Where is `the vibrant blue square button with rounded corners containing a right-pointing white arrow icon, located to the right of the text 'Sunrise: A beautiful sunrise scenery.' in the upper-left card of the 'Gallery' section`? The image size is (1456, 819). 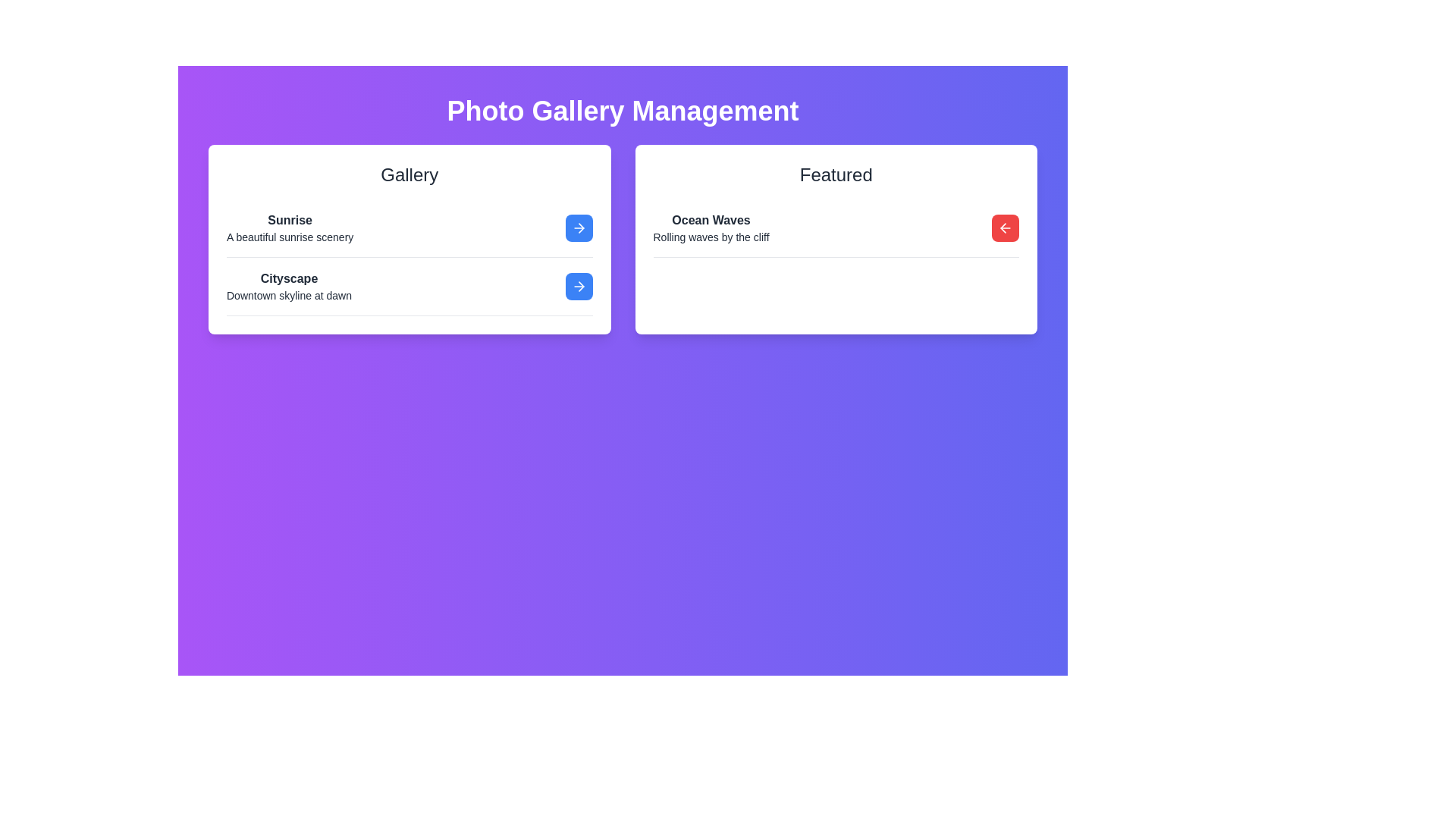
the vibrant blue square button with rounded corners containing a right-pointing white arrow icon, located to the right of the text 'Sunrise: A beautiful sunrise scenery.' in the upper-left card of the 'Gallery' section is located at coordinates (578, 227).